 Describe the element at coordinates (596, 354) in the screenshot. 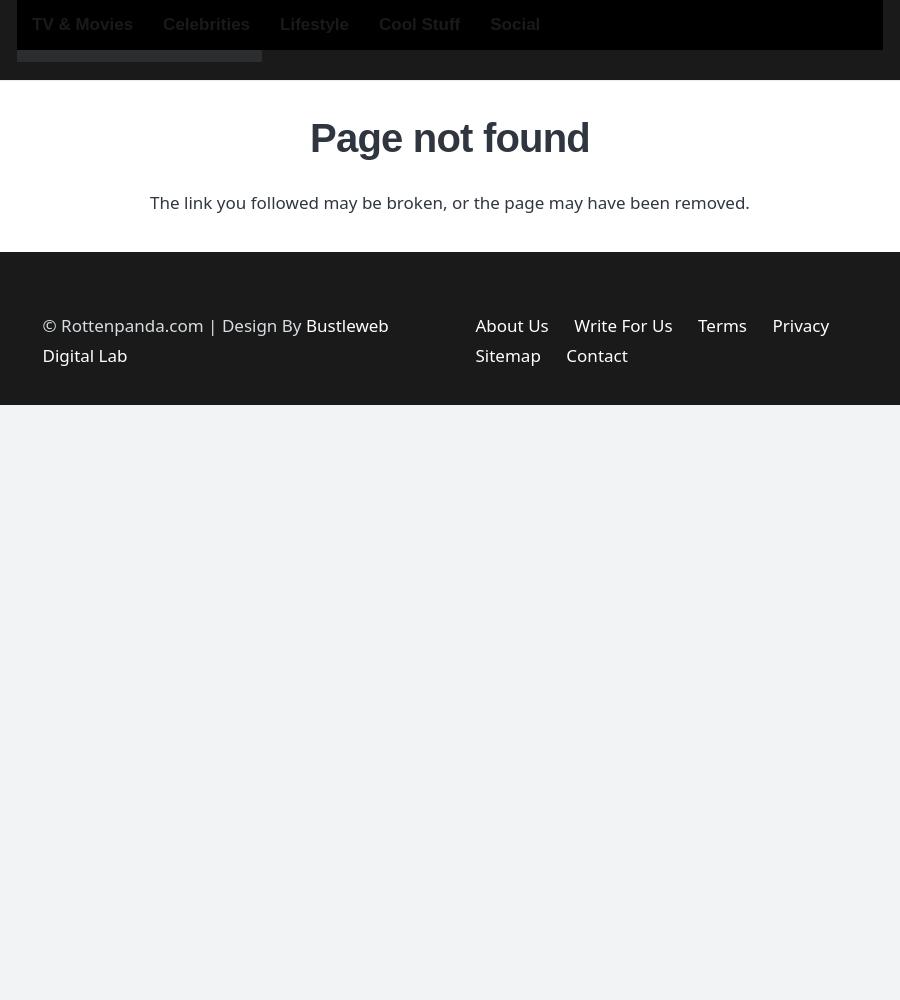

I see `'Contact'` at that location.